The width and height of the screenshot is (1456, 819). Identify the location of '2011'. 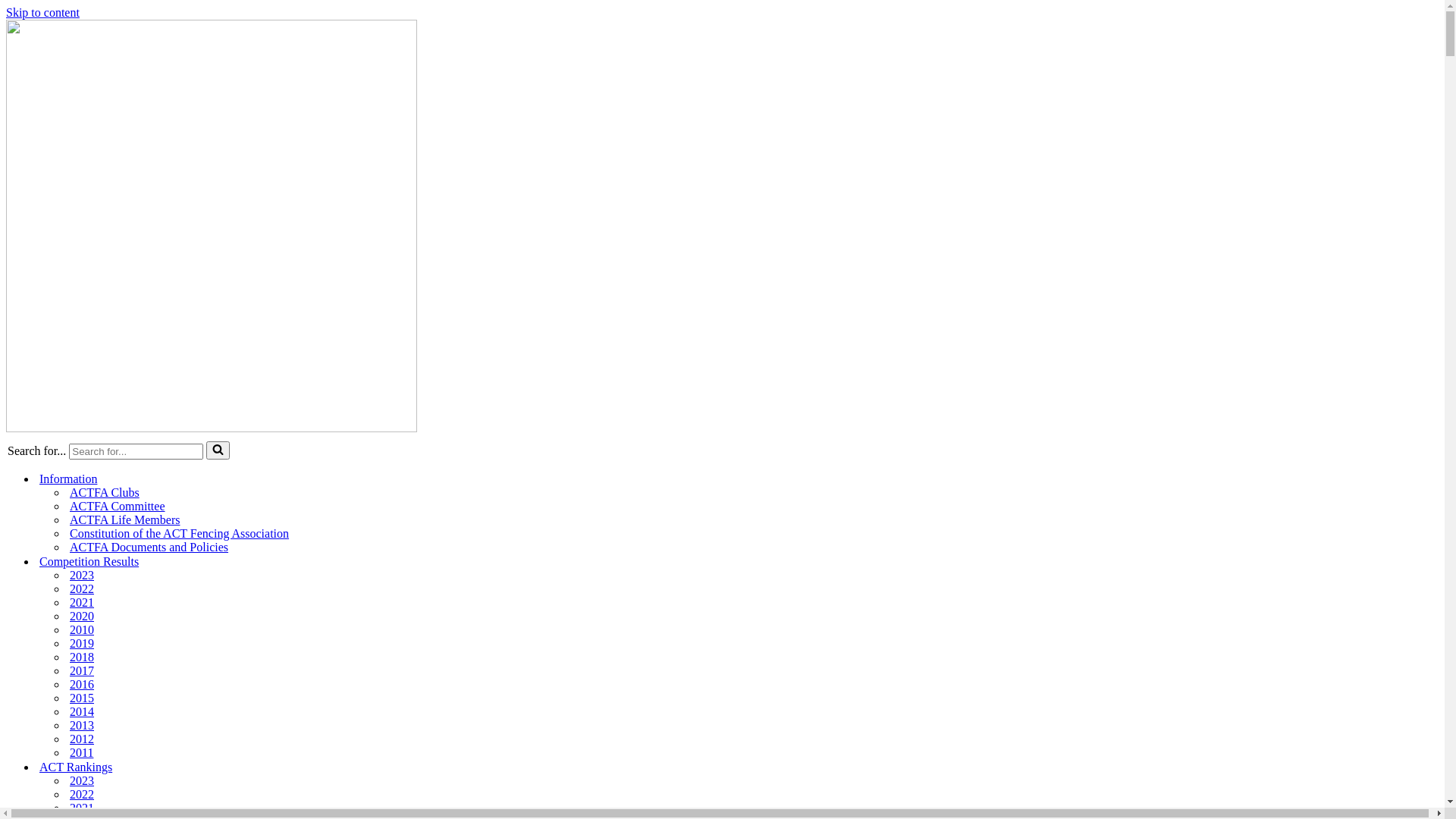
(80, 752).